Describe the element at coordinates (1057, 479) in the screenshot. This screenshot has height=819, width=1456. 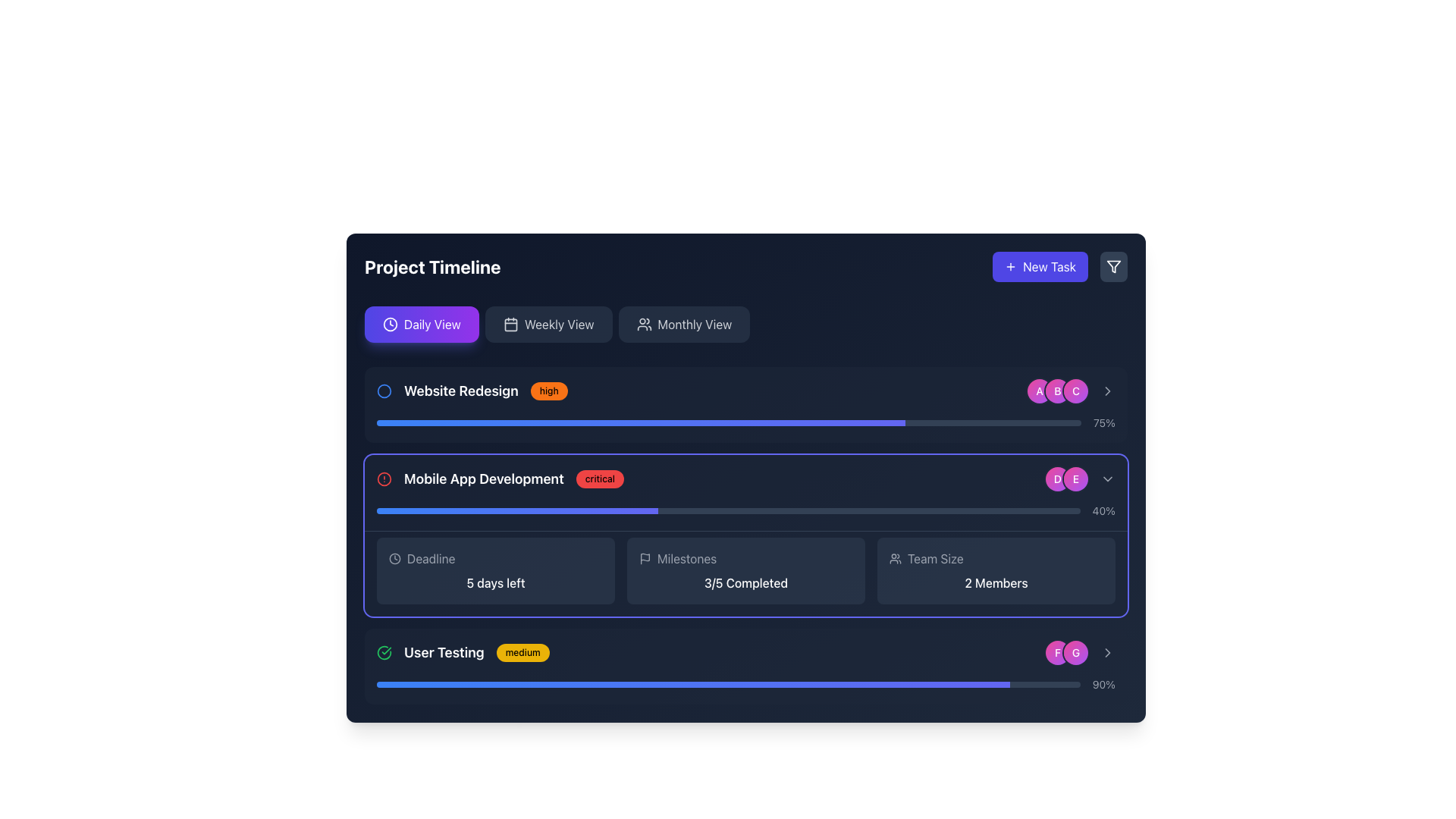
I see `the first circular badge in the 'Mobile App Development' section` at that location.